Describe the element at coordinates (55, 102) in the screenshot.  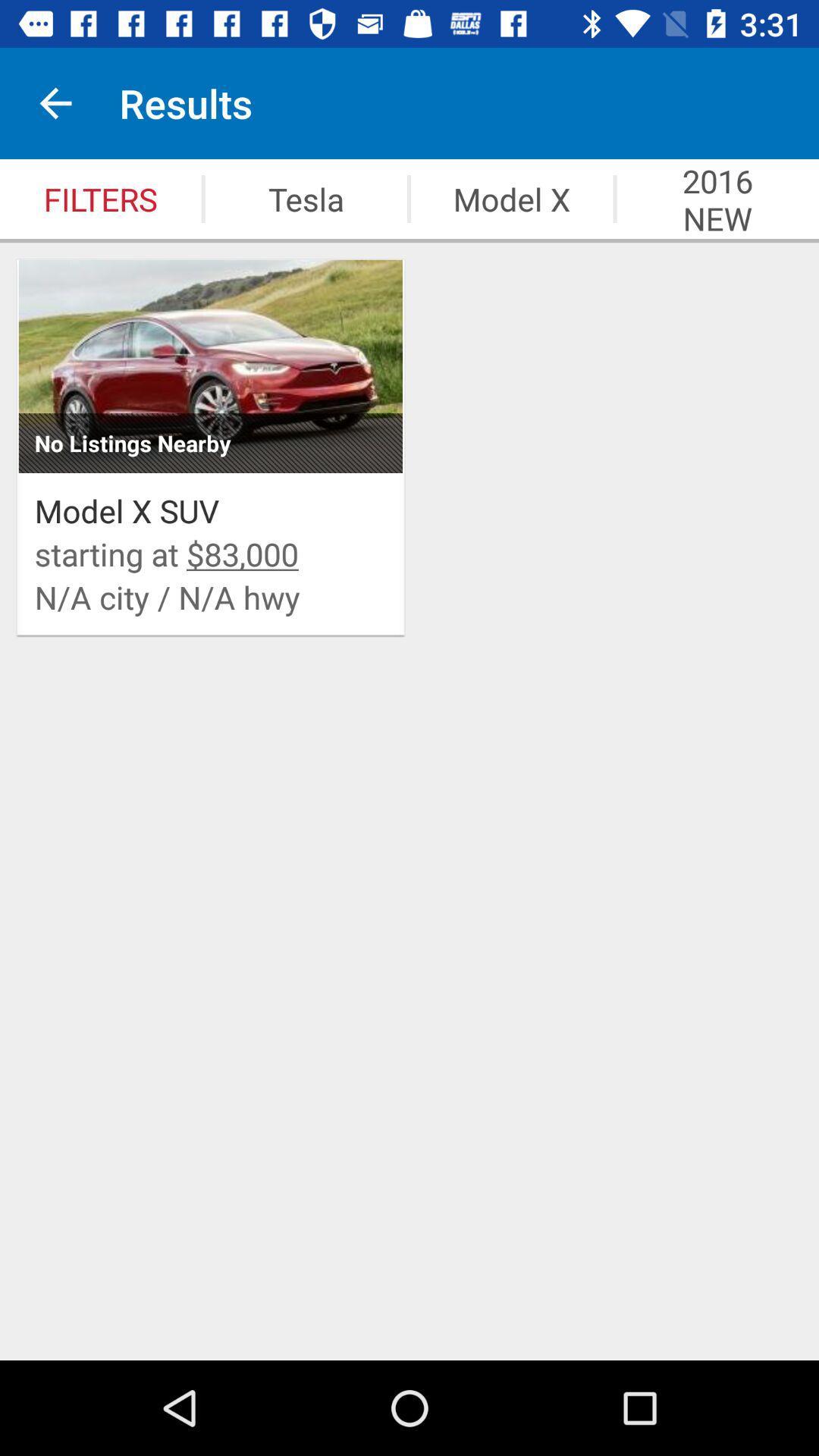
I see `icon next to results item` at that location.